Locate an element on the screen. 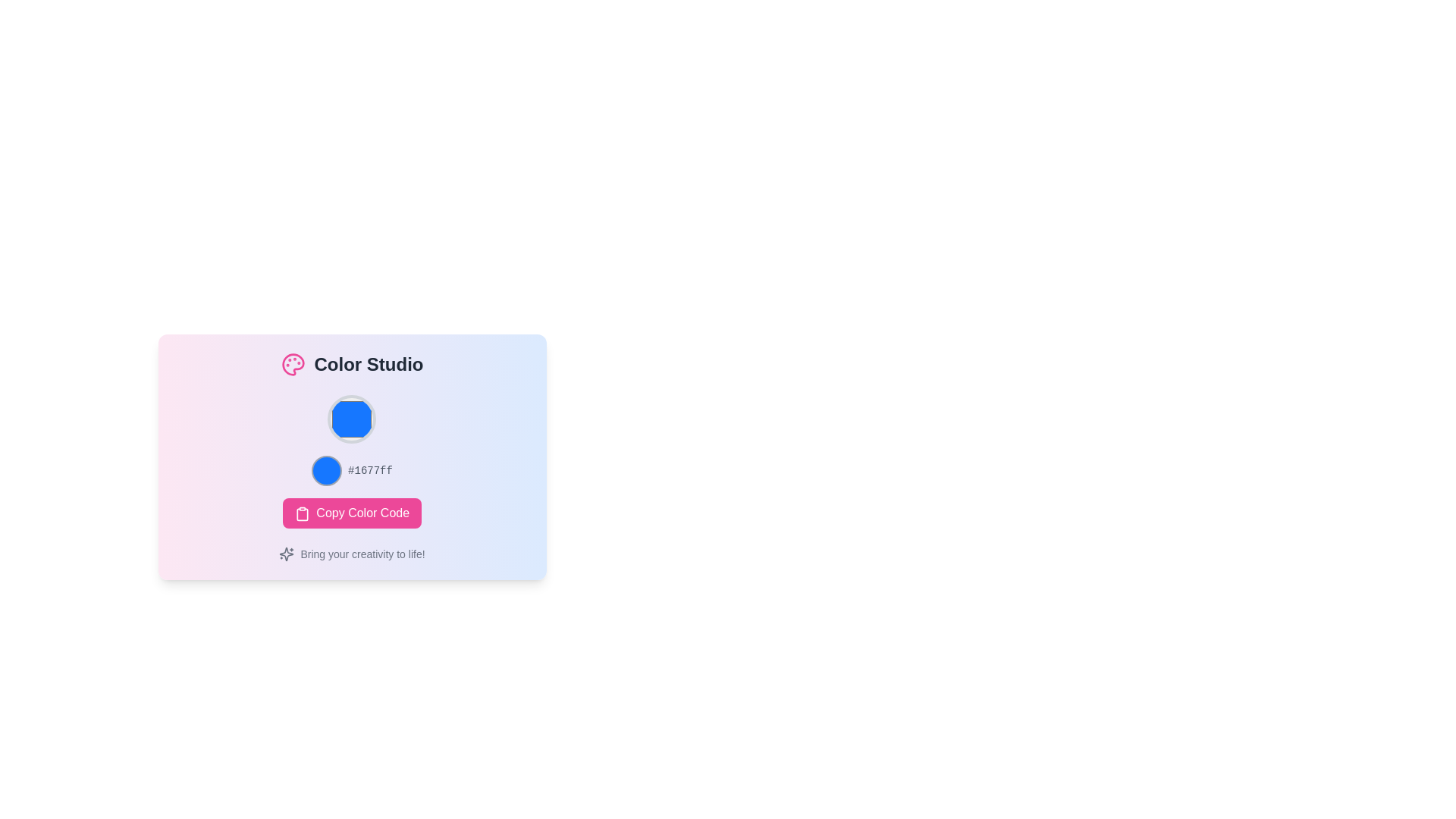 The height and width of the screenshot is (819, 1456). the sparkle icon located to the left of the text 'Bring your creativity to life!' in the 'Color Studio' card is located at coordinates (287, 554).